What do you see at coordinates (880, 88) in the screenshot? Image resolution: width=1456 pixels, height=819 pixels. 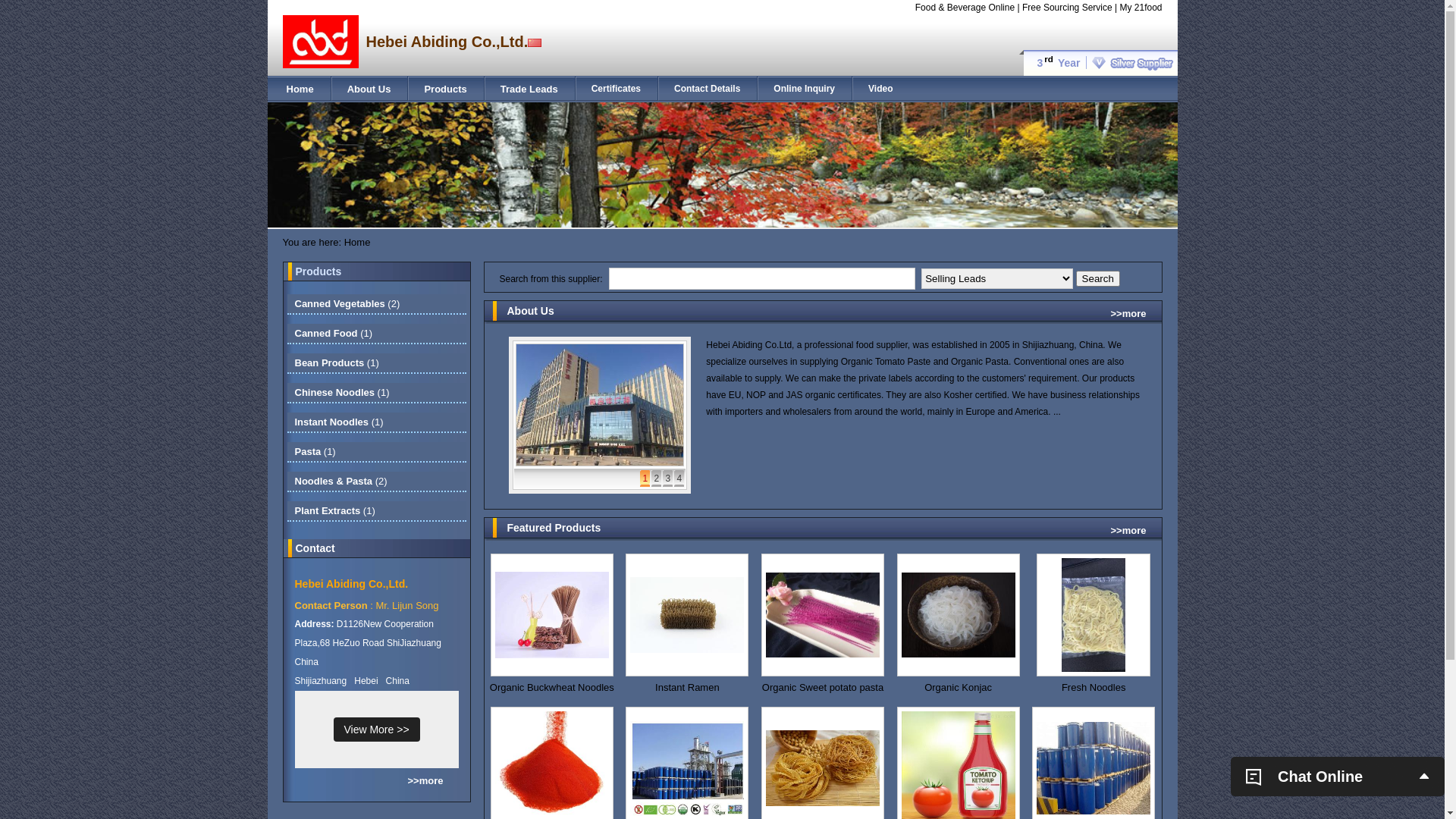 I see `'Video'` at bounding box center [880, 88].